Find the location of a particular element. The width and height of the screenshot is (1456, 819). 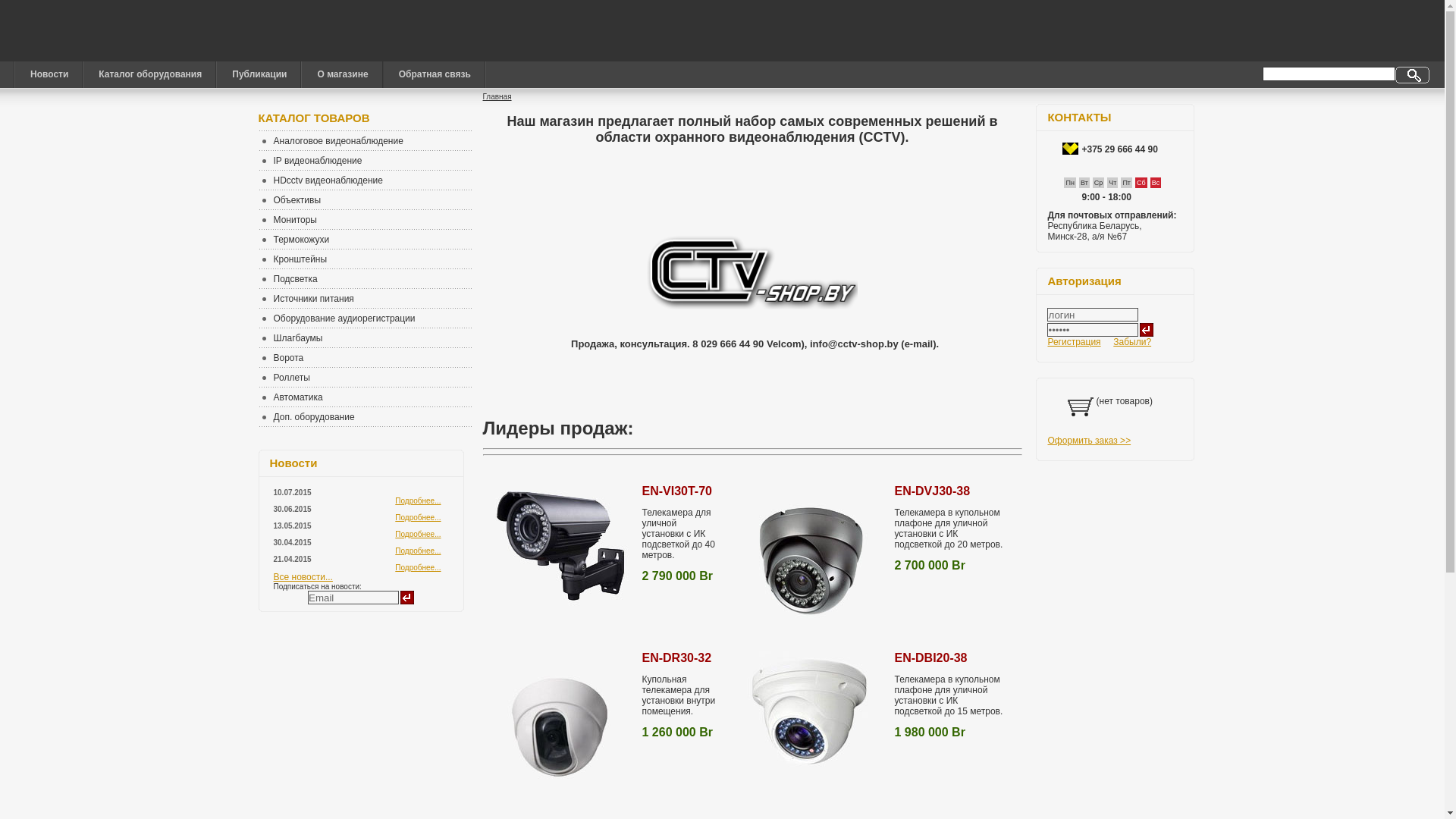

'EN-DR30-32' is located at coordinates (676, 657).